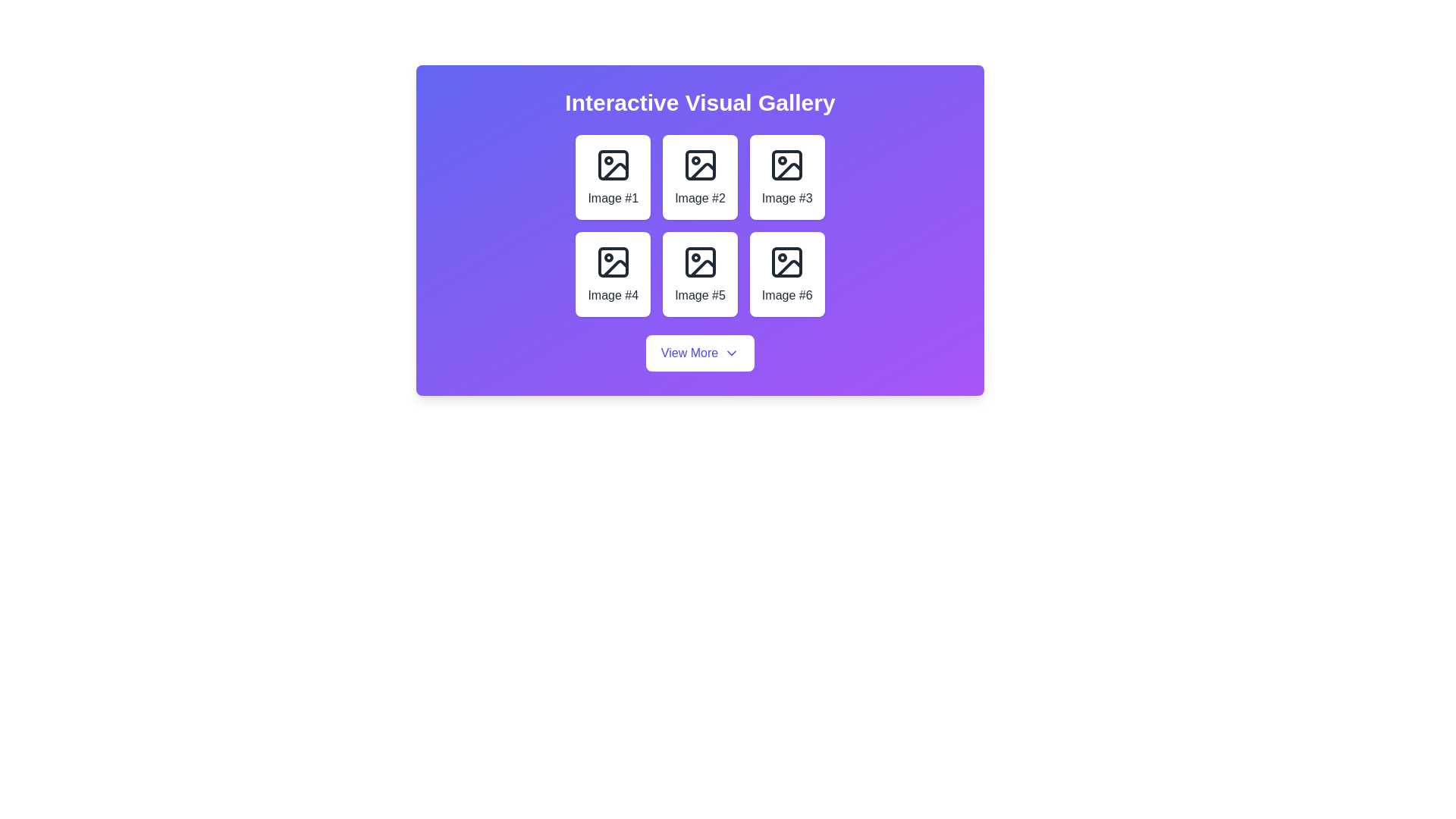  Describe the element at coordinates (787, 262) in the screenshot. I see `the visual appearance of the rectangular icon with rounded corners representing 'Image #6' located in the bottom-right position of the gallery` at that location.